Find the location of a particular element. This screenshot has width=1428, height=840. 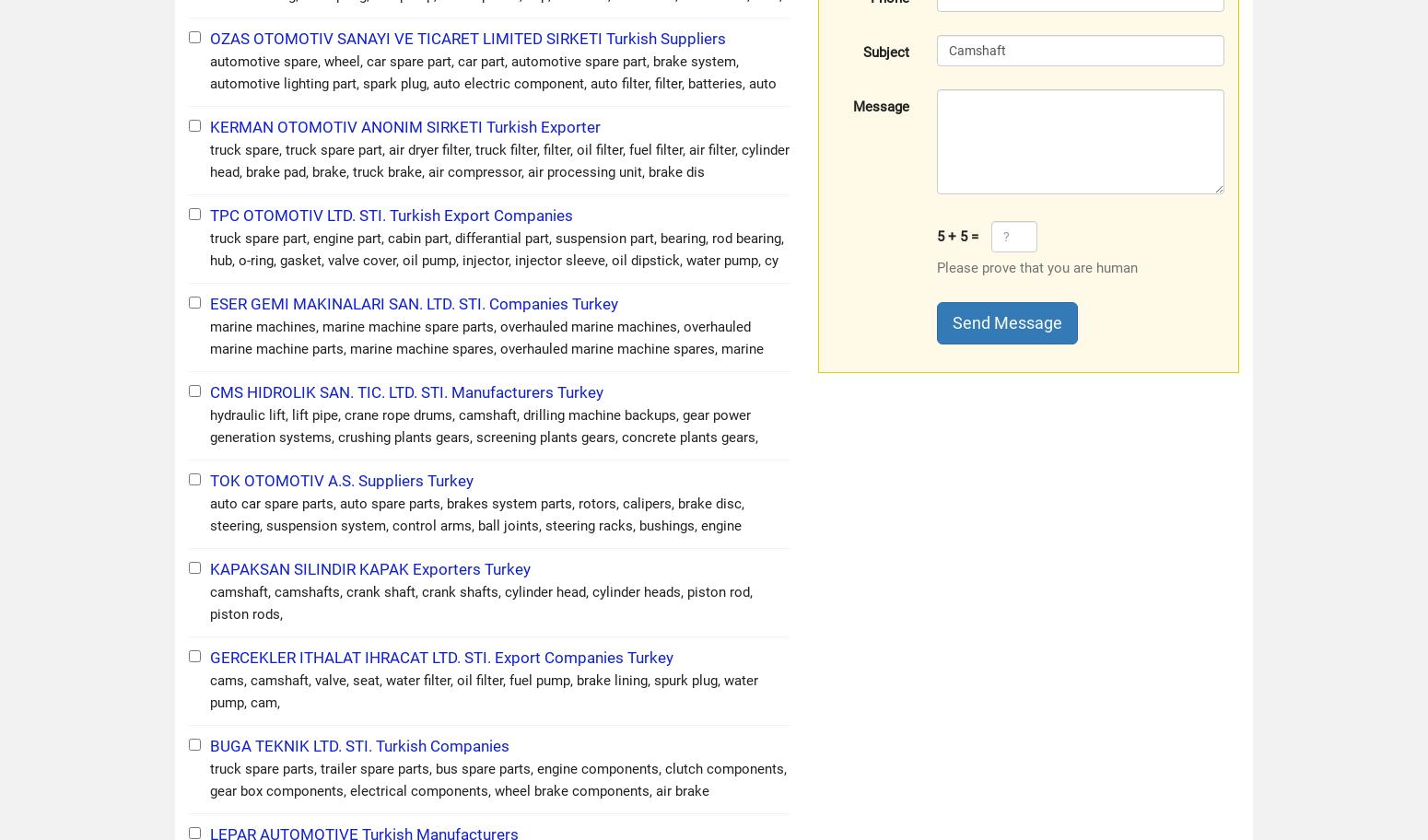

'hydraulic lift, lift pipe, crane rope drums, camshaft, drilling machine backups, gear power generation systems, crushing plants gears, screening plants gears, concrete plants gears, business machine g' is located at coordinates (483, 436).